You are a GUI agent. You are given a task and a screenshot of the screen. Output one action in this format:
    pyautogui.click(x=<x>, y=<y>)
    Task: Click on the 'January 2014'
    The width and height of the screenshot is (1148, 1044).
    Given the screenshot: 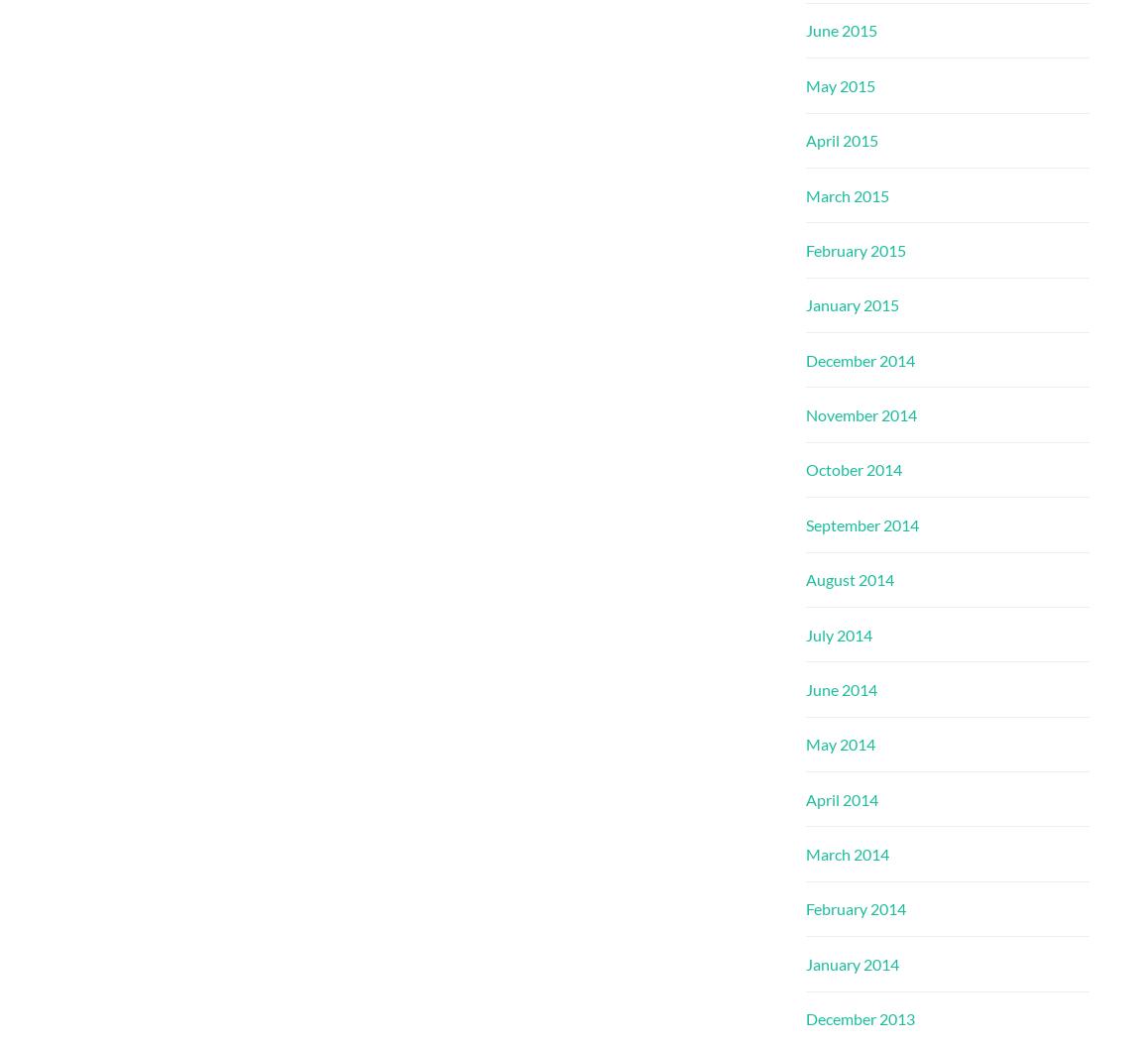 What is the action you would take?
    pyautogui.click(x=852, y=963)
    